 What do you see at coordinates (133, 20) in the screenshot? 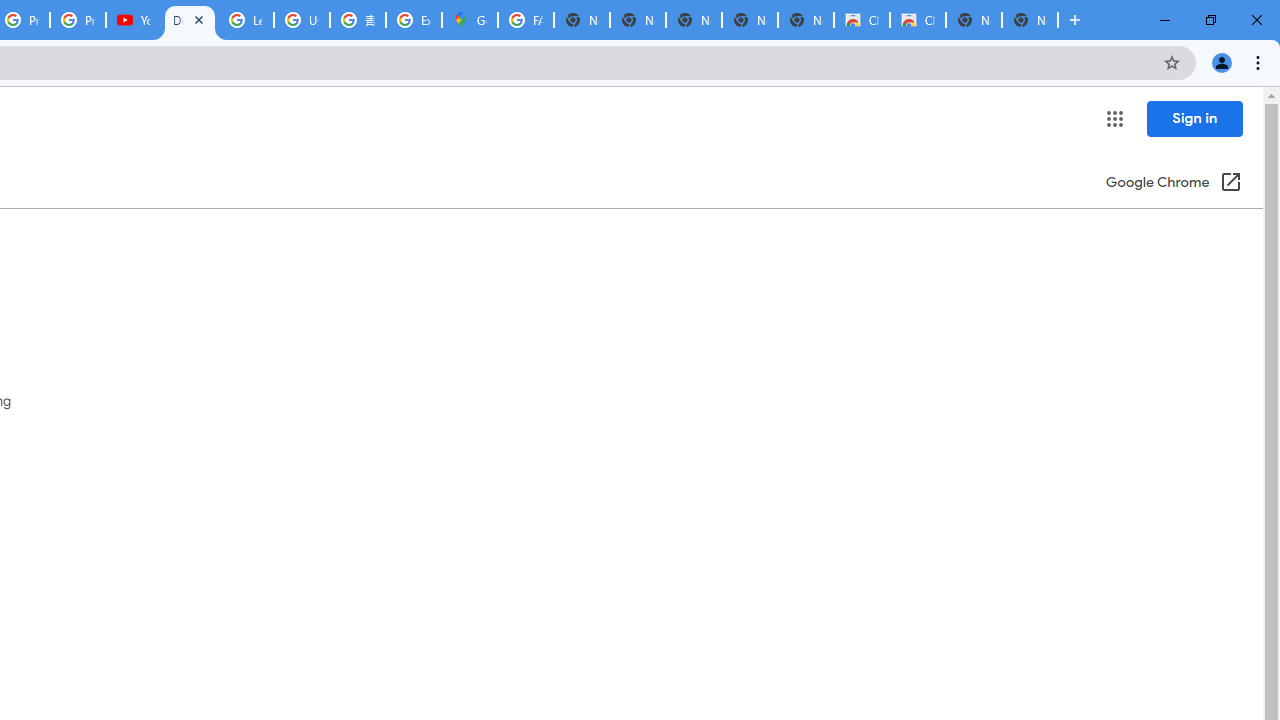
I see `'YouTube'` at bounding box center [133, 20].